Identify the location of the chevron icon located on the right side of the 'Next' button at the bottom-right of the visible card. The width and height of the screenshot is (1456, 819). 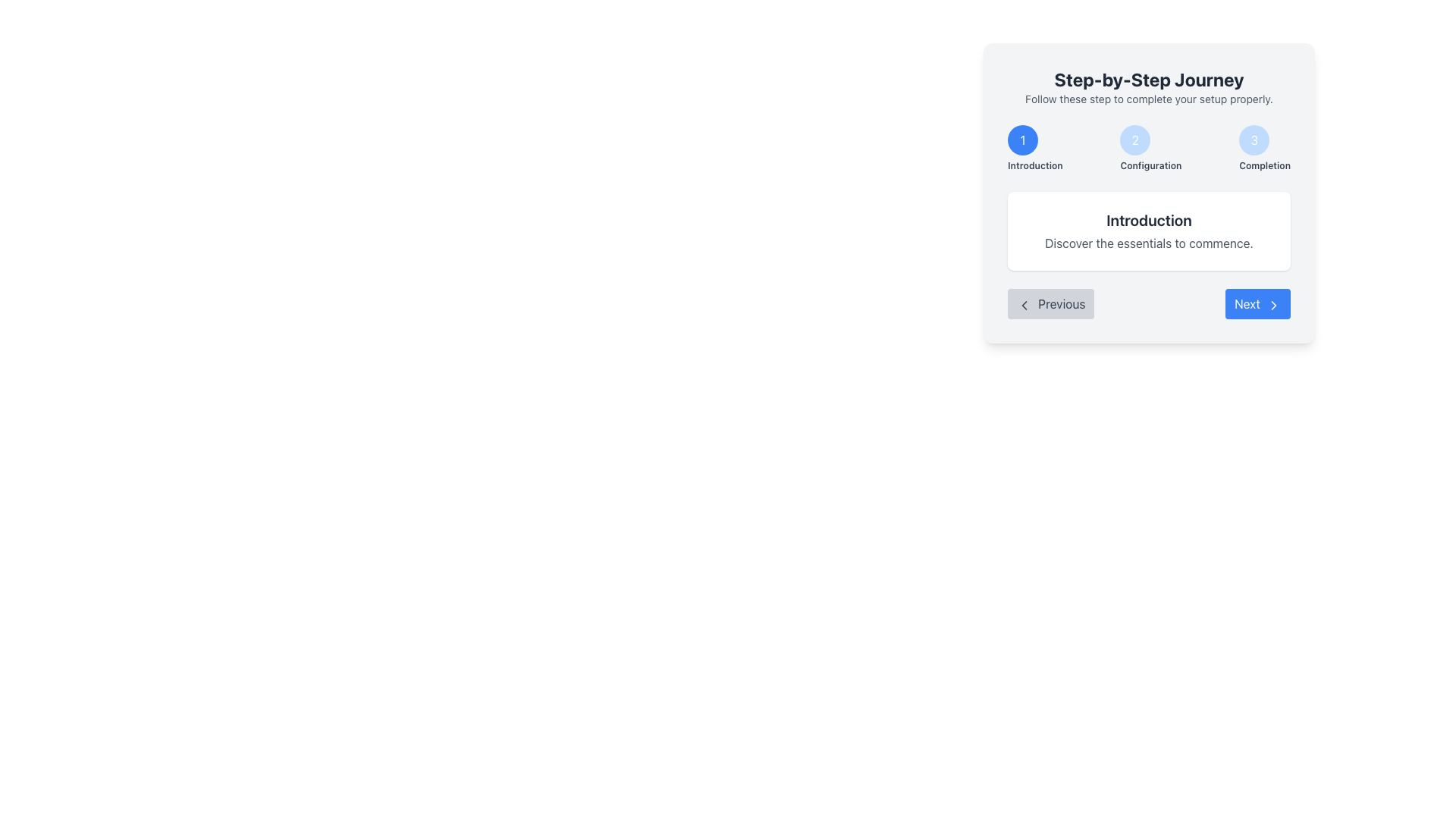
(1274, 304).